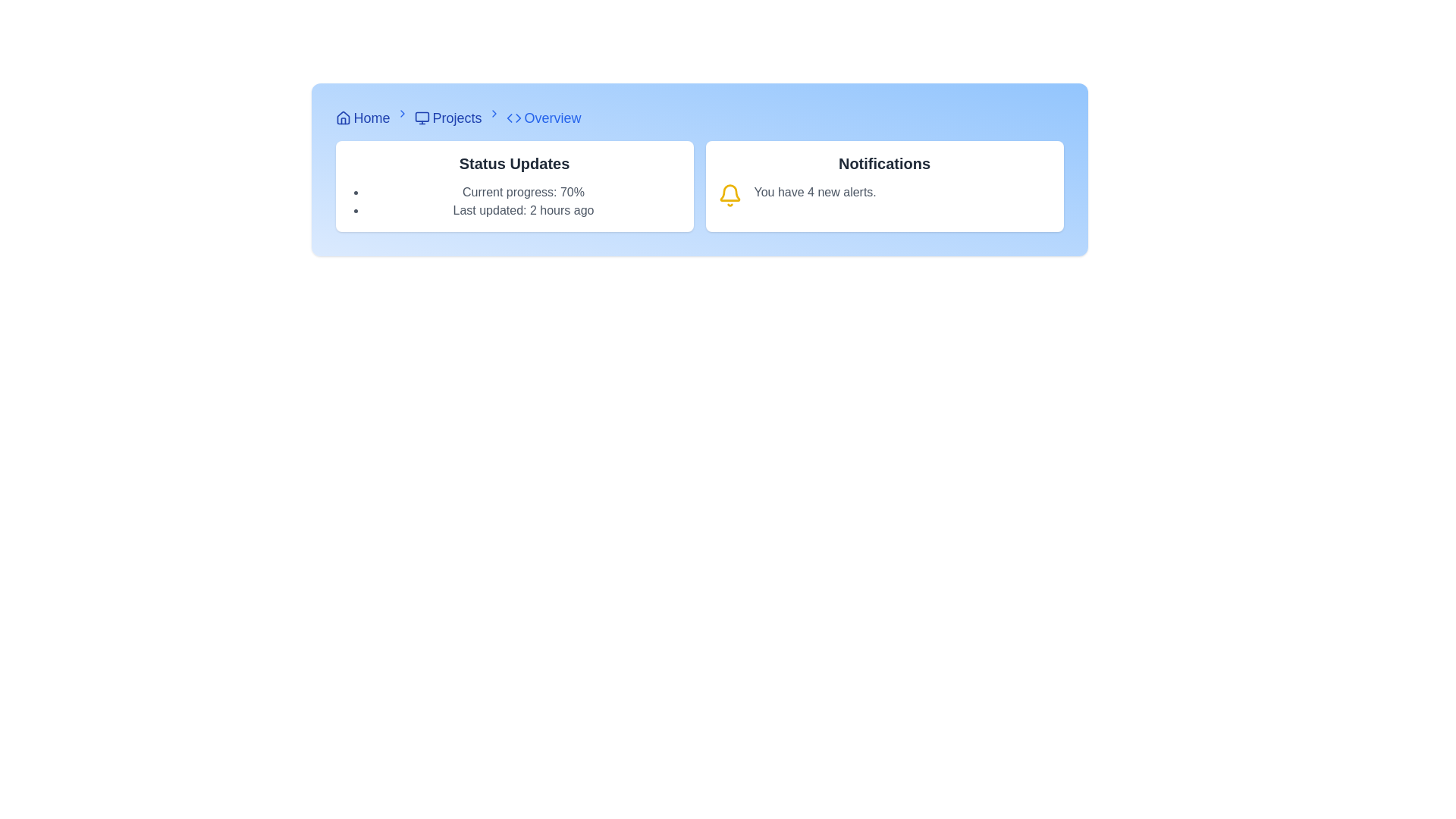 This screenshot has width=1456, height=819. What do you see at coordinates (422, 117) in the screenshot?
I see `the SVG icon resembling a computer monitor located in the breadcrumb navigation labeled 'Projects'` at bounding box center [422, 117].